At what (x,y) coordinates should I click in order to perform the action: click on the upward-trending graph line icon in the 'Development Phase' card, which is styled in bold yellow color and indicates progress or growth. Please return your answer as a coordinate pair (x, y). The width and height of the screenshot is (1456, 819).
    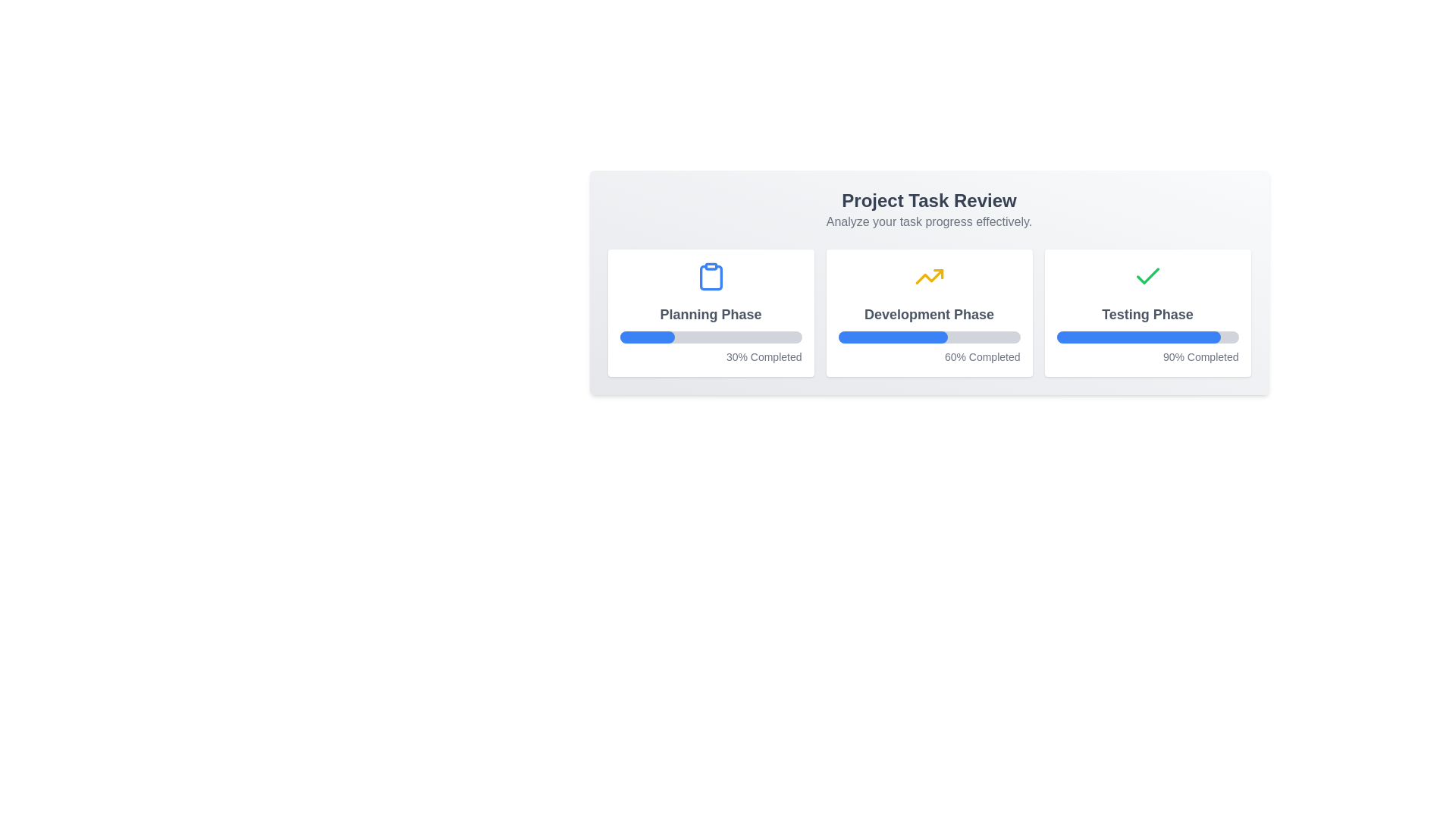
    Looking at the image, I should click on (928, 277).